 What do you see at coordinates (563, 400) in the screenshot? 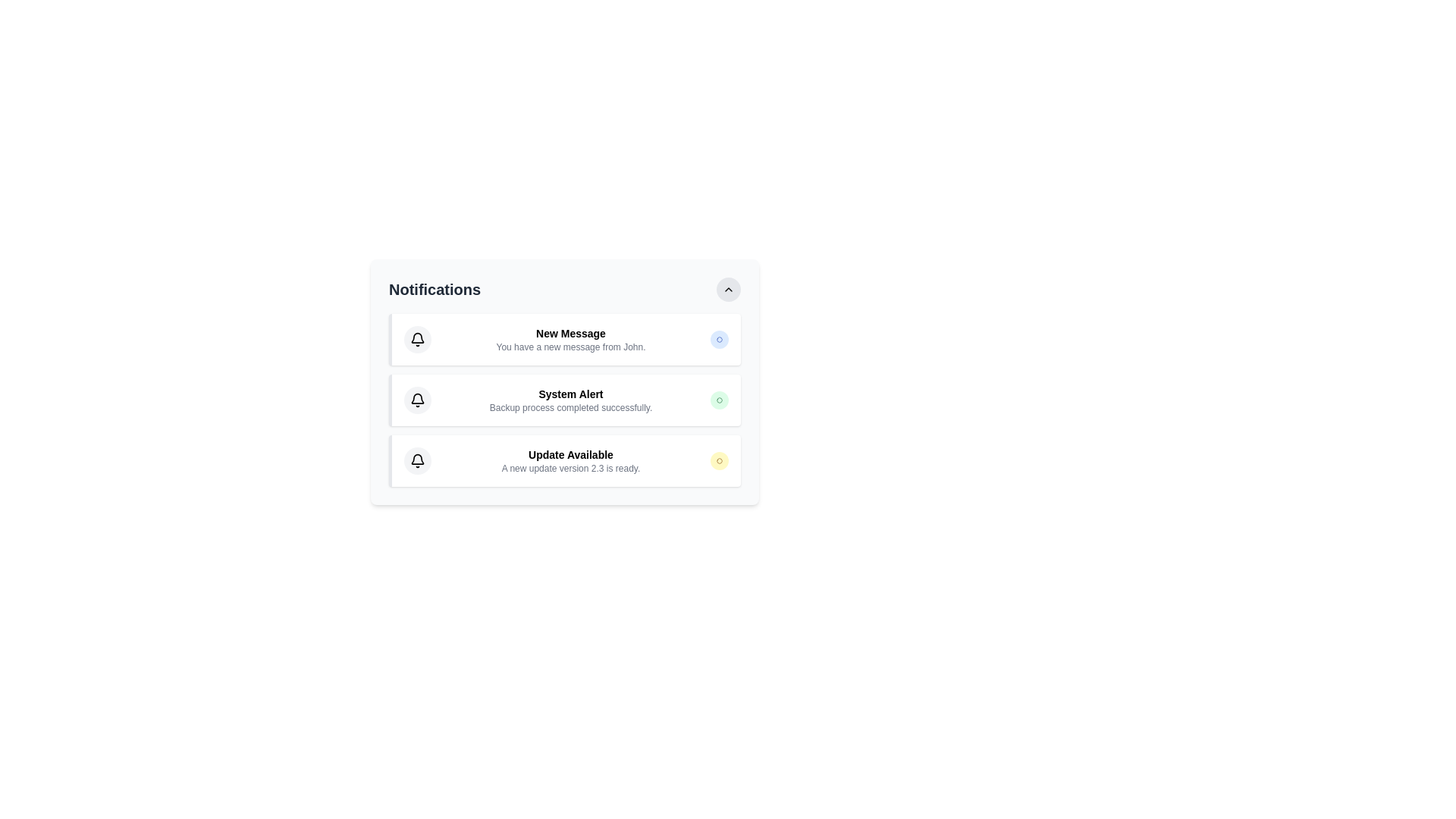
I see `the second notification card in the 'Notifications' section that indicates the successful completion of a backup process` at bounding box center [563, 400].